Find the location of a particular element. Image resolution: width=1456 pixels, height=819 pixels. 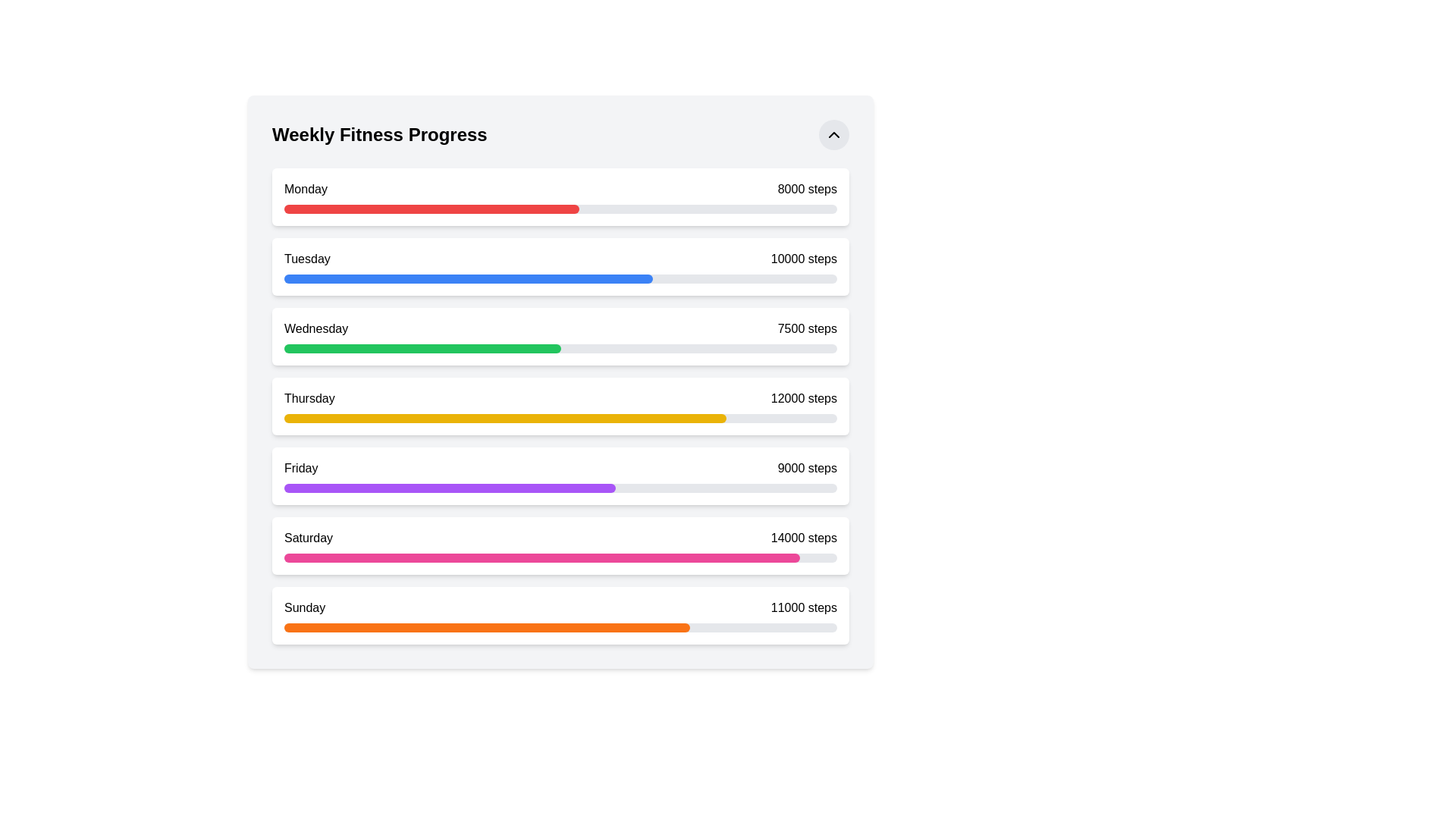

the text within the text label displaying the number of steps logged for the day 'Friday' in the weekly fitness tracker is located at coordinates (806, 467).